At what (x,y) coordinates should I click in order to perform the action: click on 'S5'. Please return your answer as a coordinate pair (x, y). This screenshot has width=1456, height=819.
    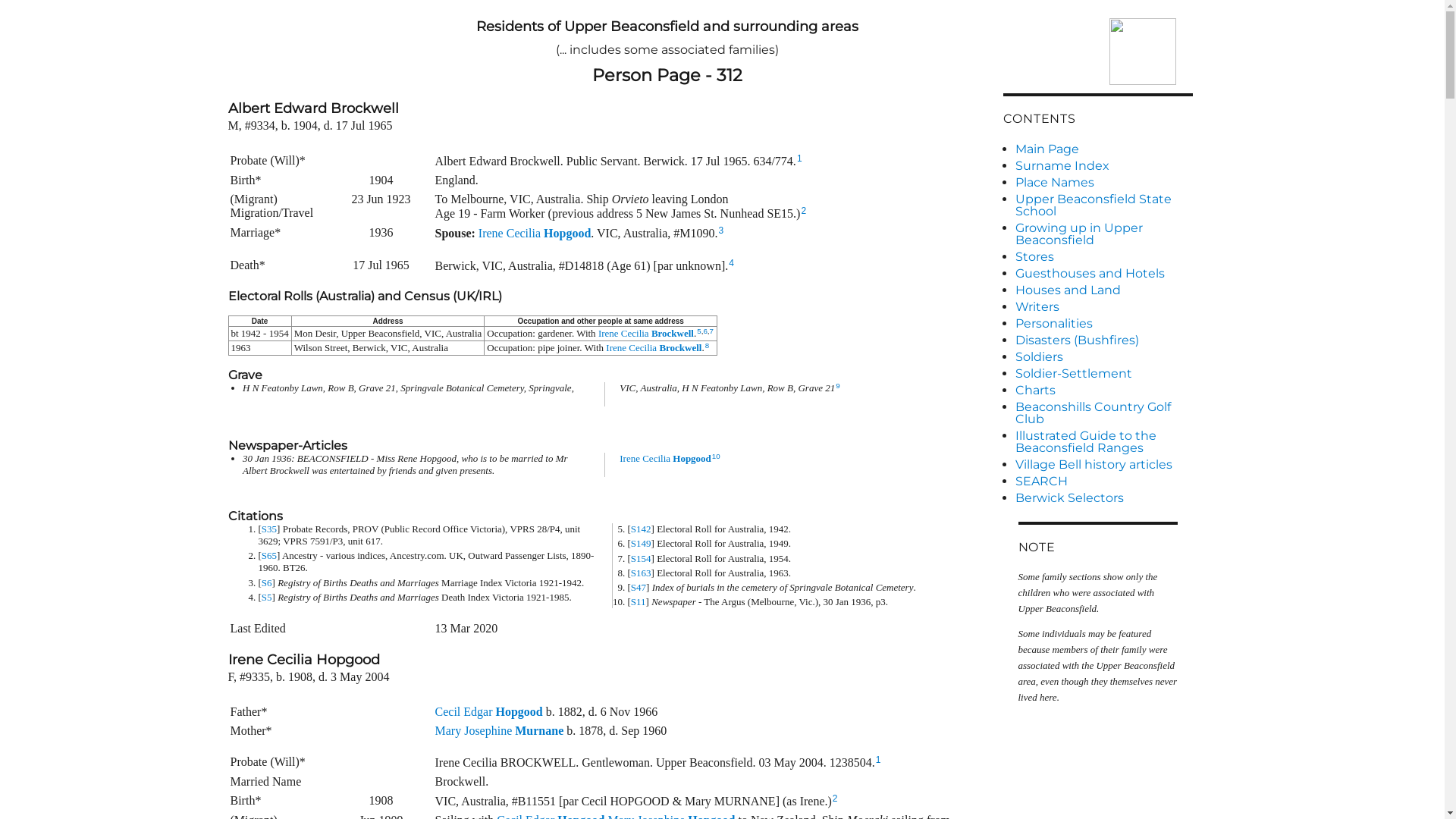
    Looking at the image, I should click on (266, 596).